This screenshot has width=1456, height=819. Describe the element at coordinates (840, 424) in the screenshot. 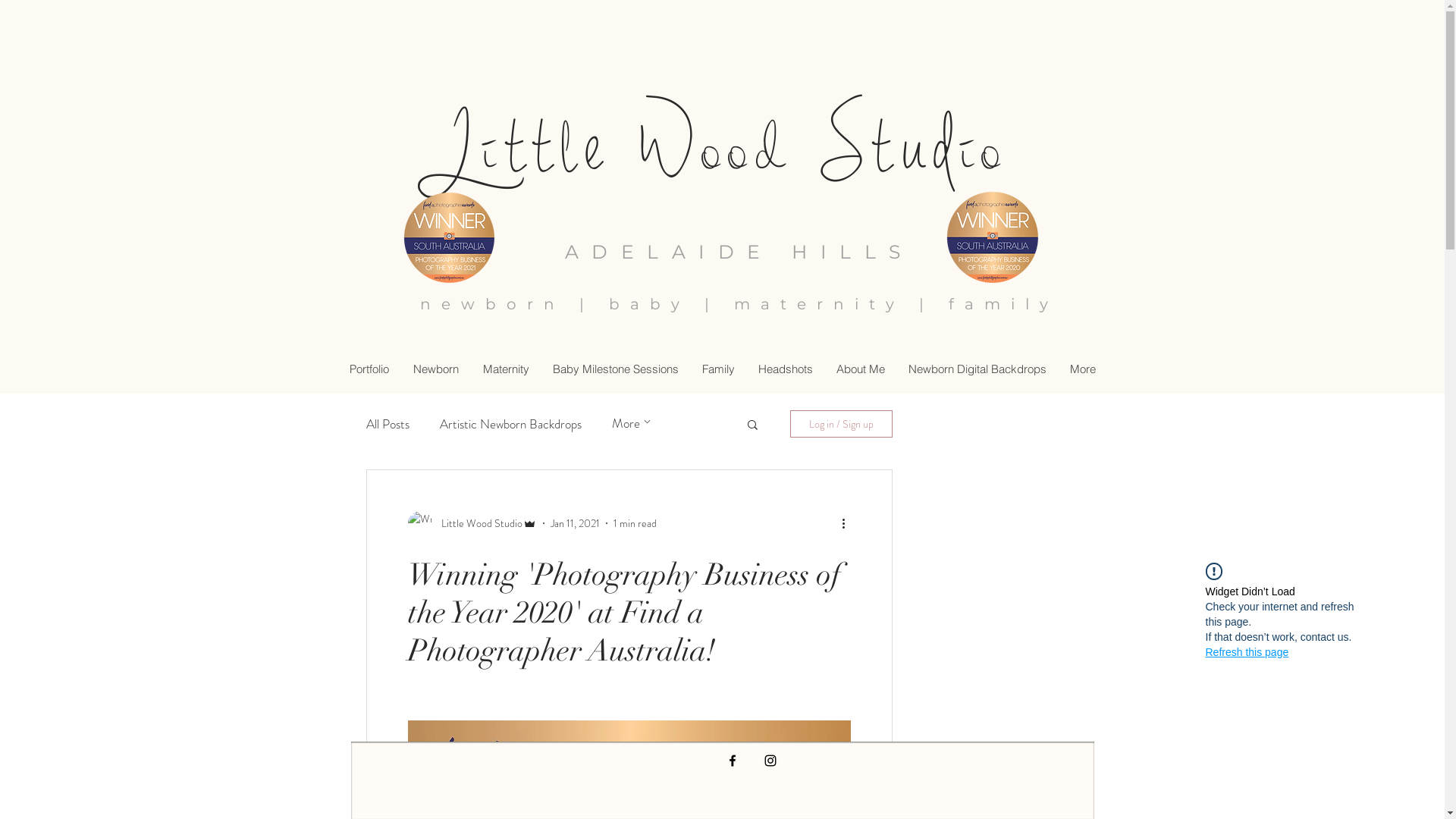

I see `'Log in / Sign up'` at that location.